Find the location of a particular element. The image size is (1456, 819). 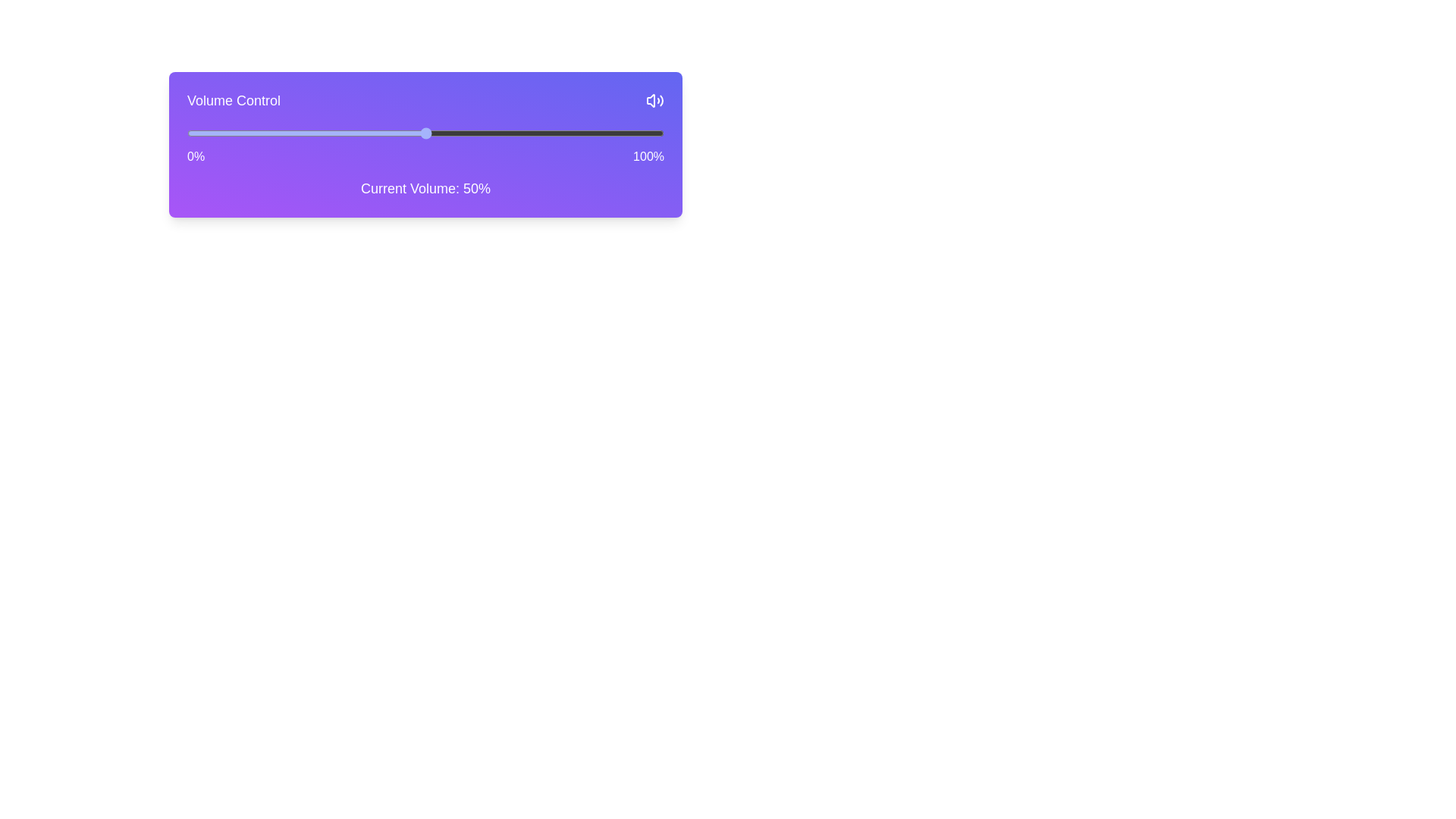

the text label displaying the current volume level of 50%, located at the bottom of the Volume Control widget is located at coordinates (425, 188).